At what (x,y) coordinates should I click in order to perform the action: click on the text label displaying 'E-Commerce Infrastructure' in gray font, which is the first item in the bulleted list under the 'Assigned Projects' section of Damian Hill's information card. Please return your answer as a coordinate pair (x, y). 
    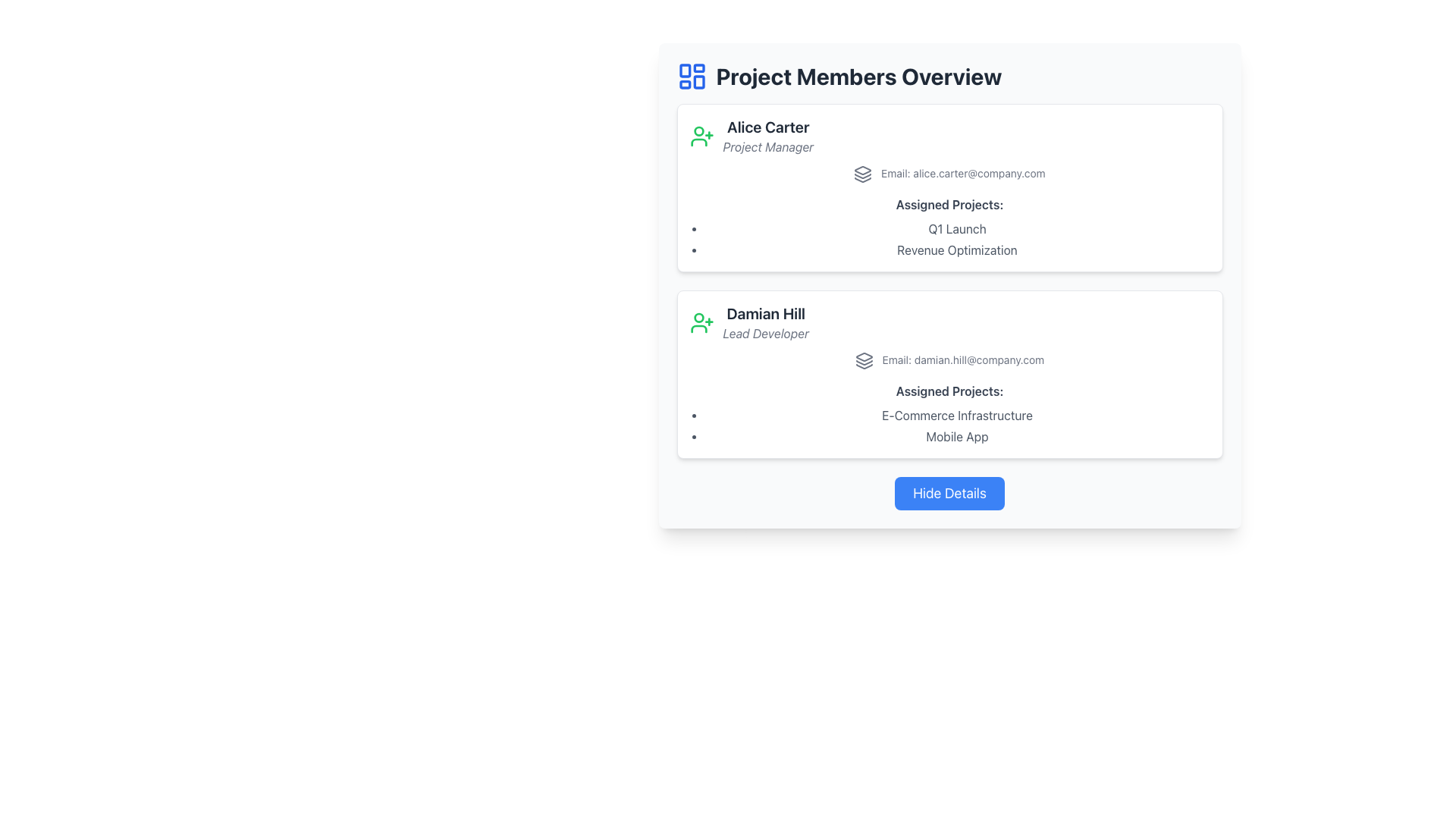
    Looking at the image, I should click on (956, 415).